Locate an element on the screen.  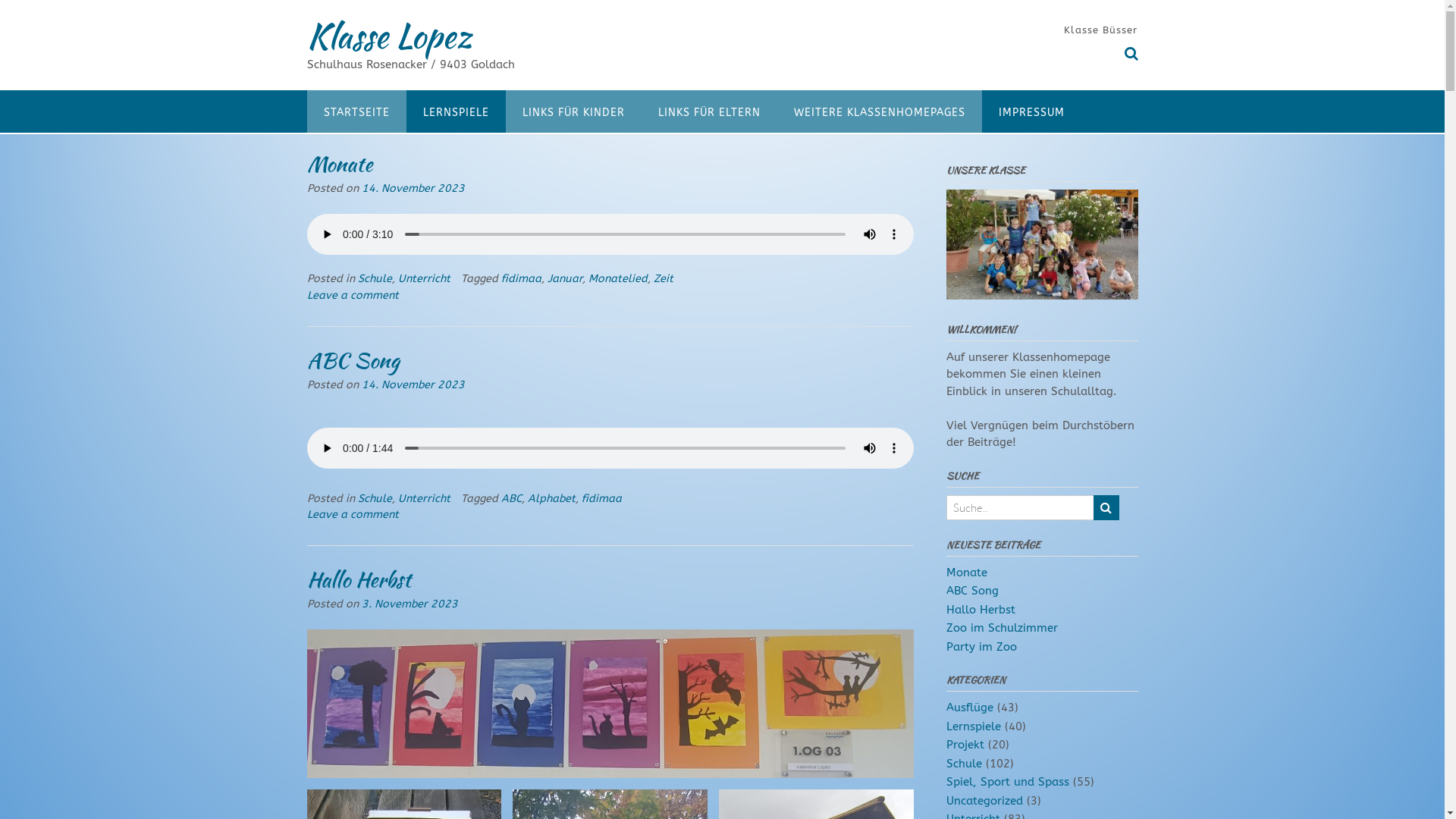
'fidimaa' is located at coordinates (600, 497).